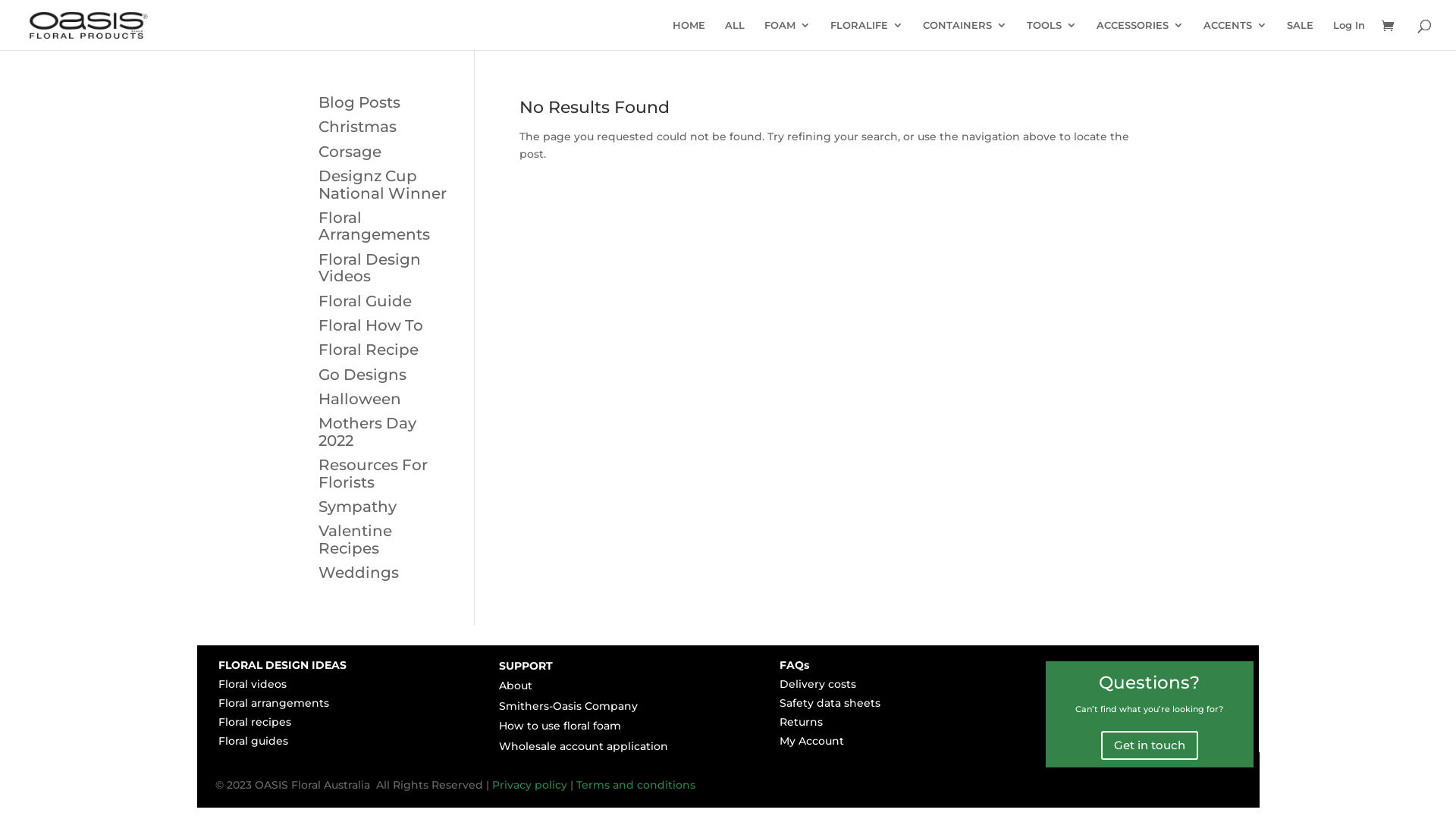 The width and height of the screenshot is (1456, 819). What do you see at coordinates (359, 102) in the screenshot?
I see `'Blog Posts'` at bounding box center [359, 102].